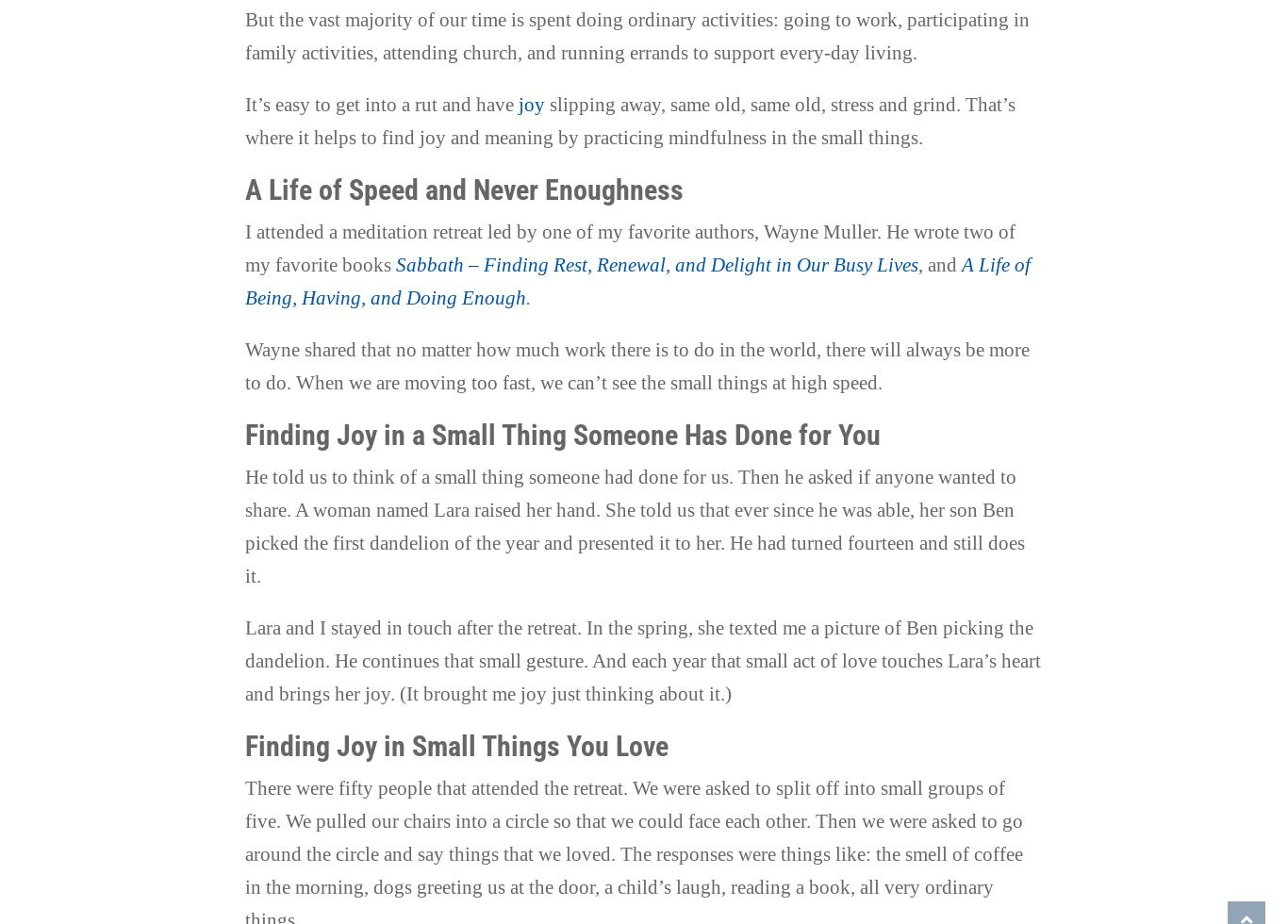 This screenshot has width=1288, height=924. Describe the element at coordinates (517, 105) in the screenshot. I see `'joy'` at that location.